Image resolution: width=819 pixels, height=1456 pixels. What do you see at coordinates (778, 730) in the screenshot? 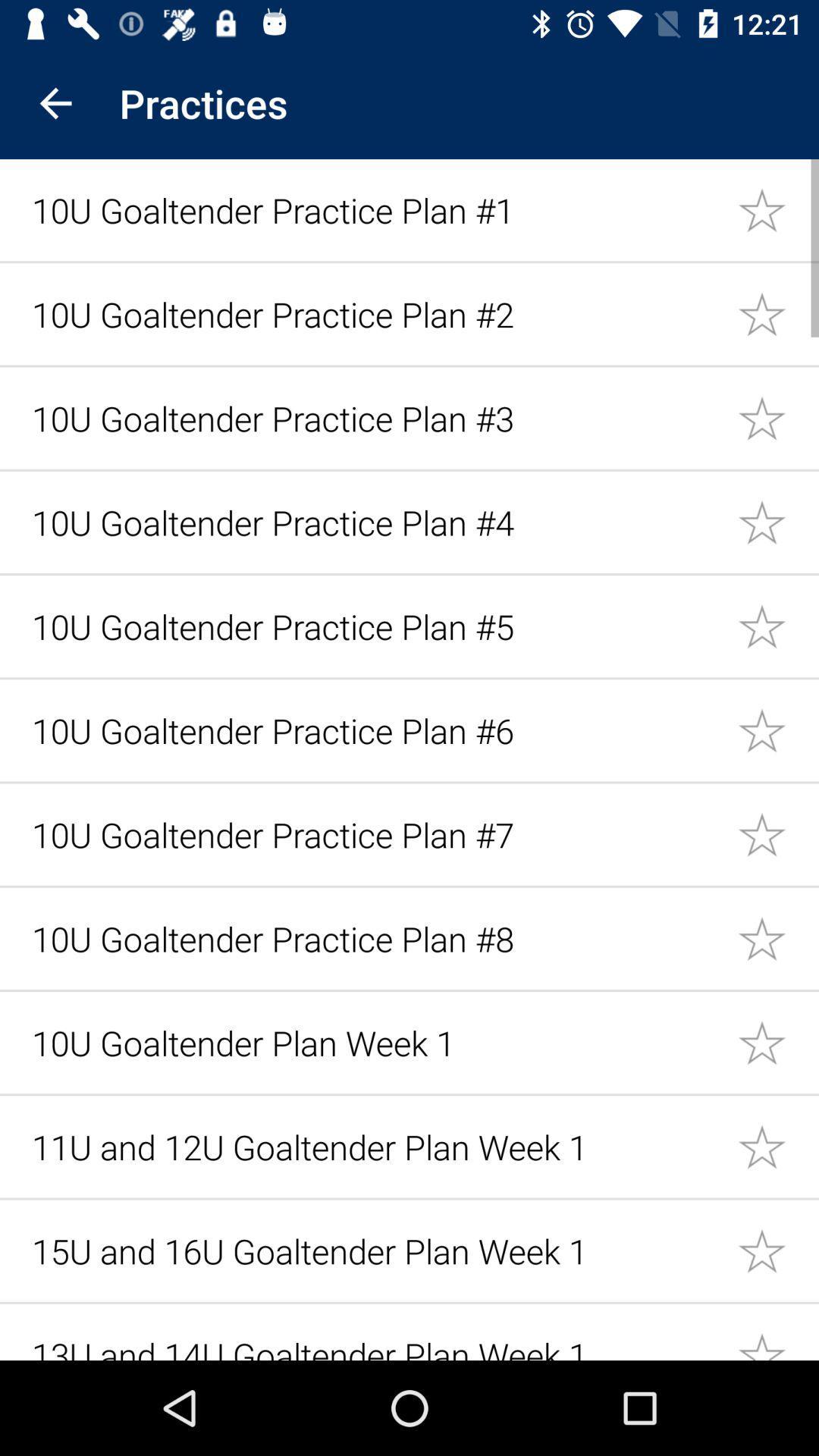
I see `mark as favorite` at bounding box center [778, 730].